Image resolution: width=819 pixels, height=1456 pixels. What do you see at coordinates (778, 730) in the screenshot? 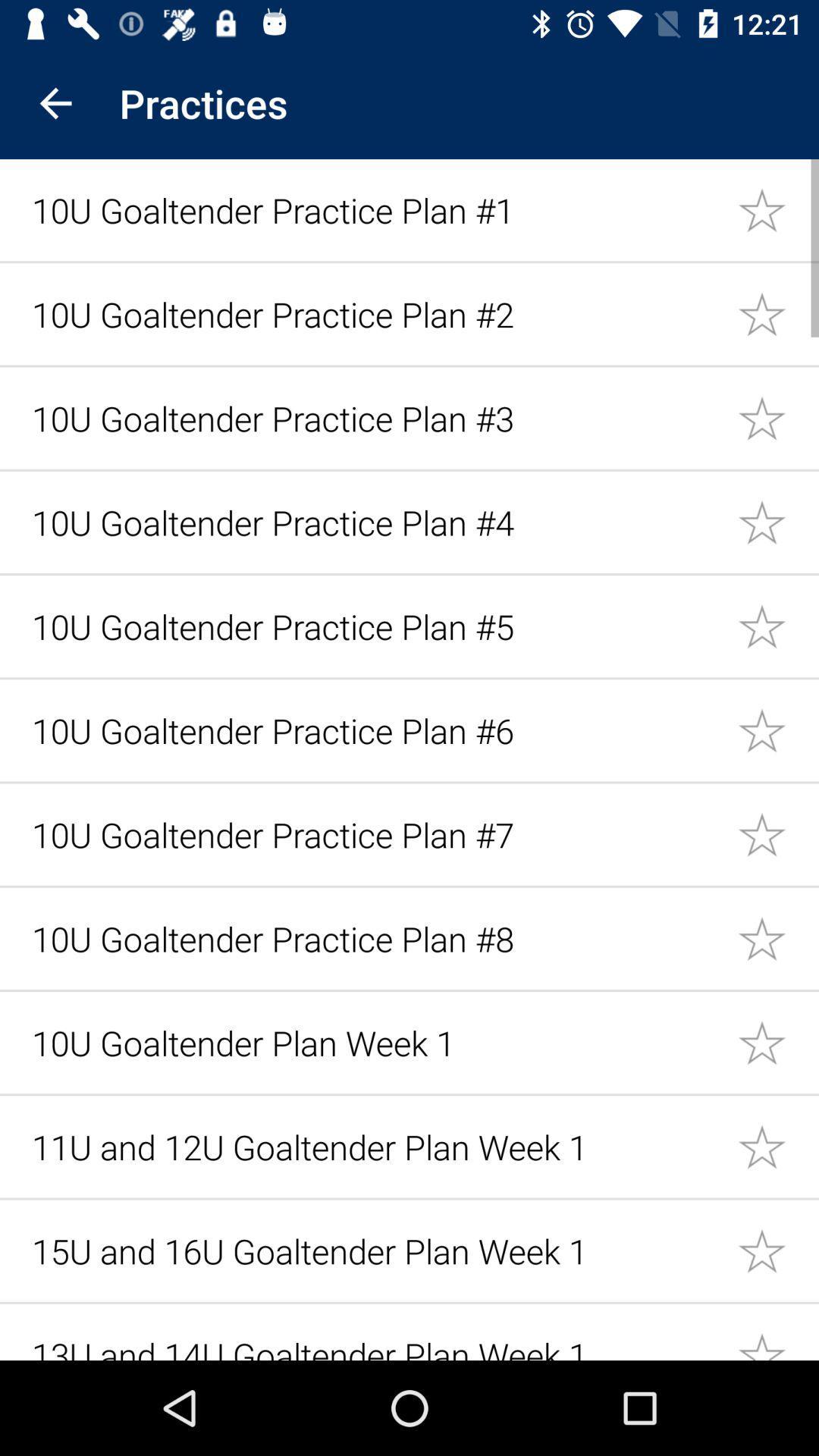
I see `mark as favorite` at bounding box center [778, 730].